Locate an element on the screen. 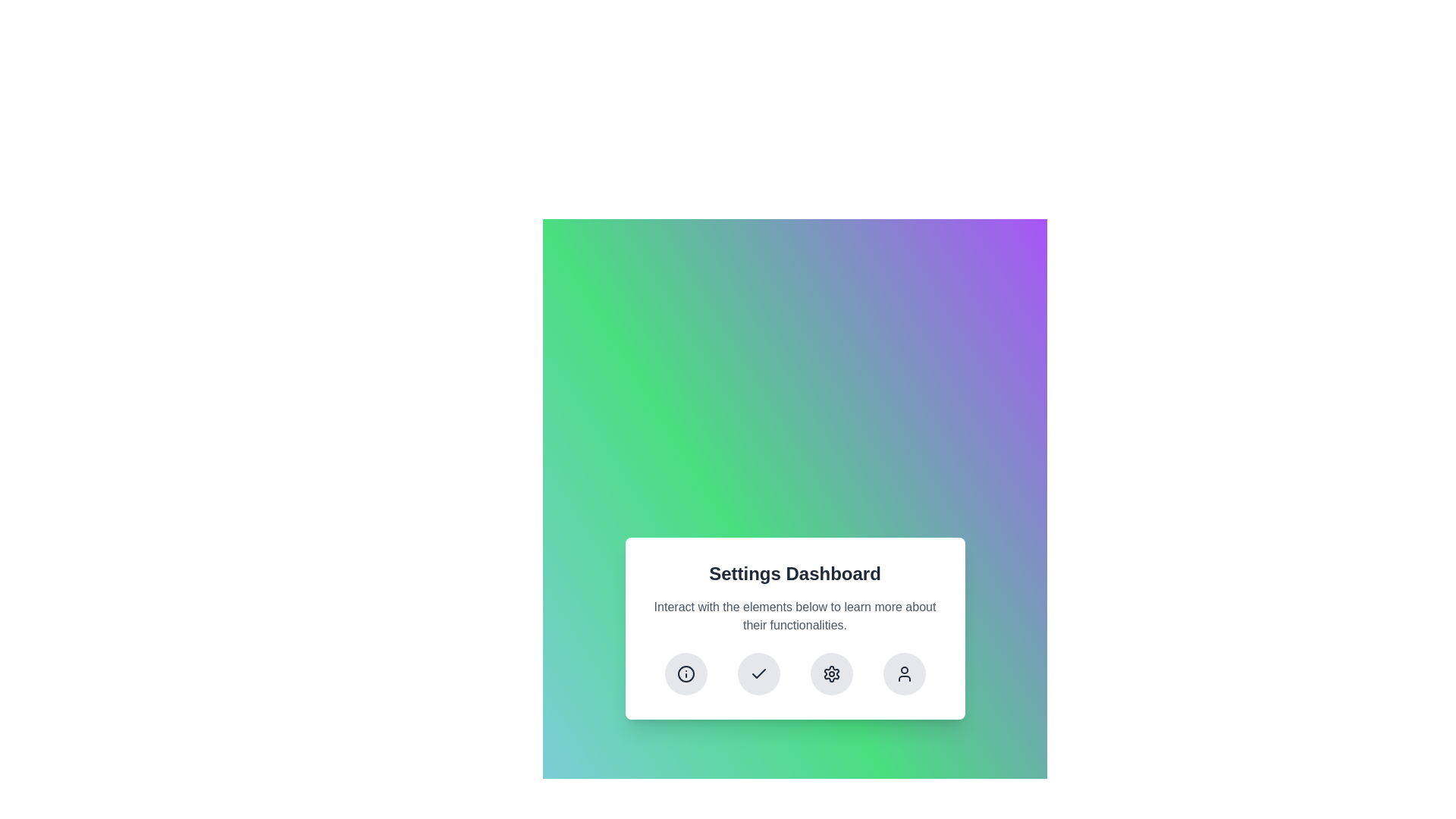  the gear-shaped icon in the bottom-centered interactive panel is located at coordinates (830, 673).